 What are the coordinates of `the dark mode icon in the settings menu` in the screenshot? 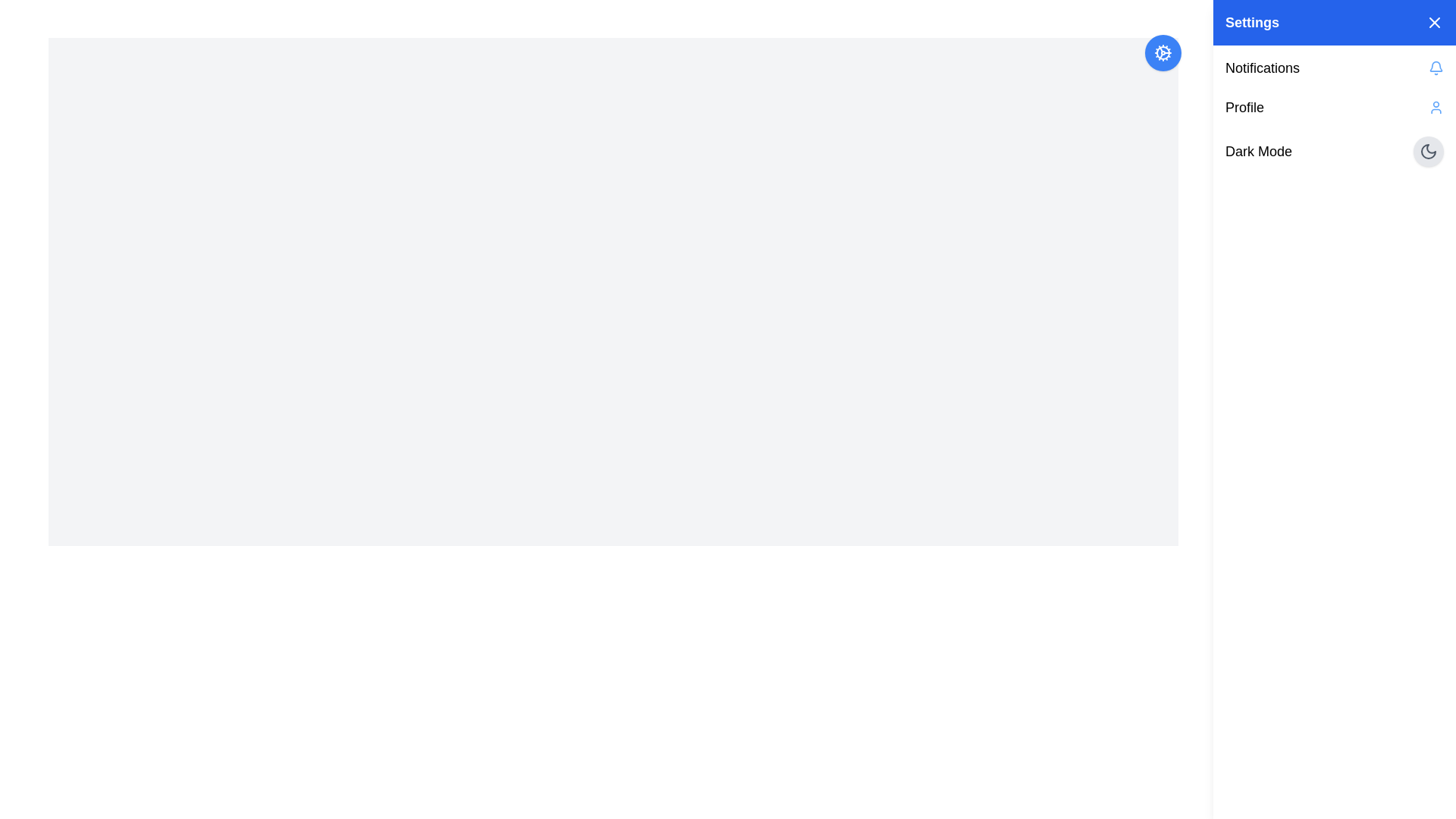 It's located at (1427, 152).